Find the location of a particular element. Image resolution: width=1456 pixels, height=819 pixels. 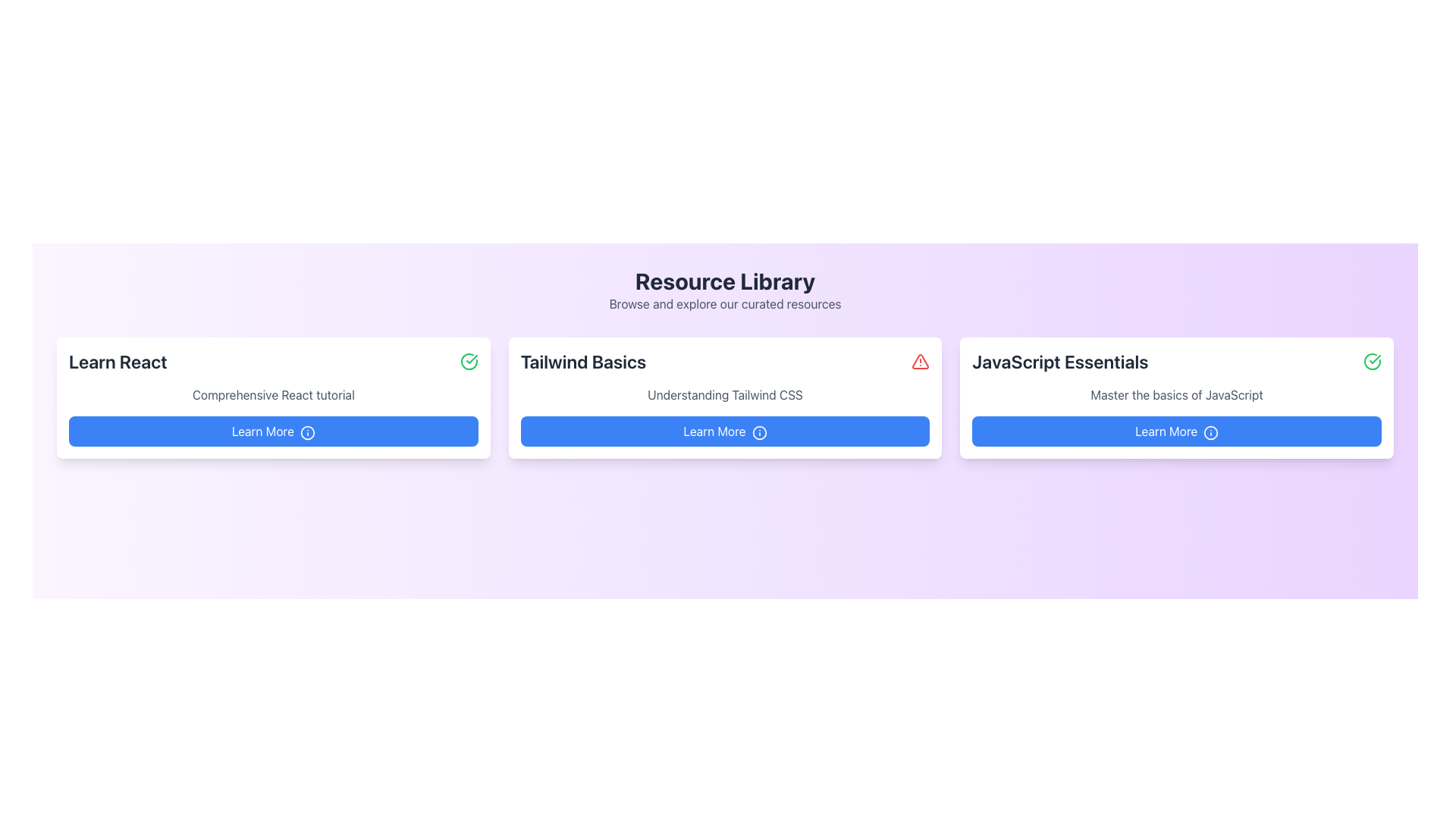

the static text displaying 'Comprehensive React tutorial', which is located below the 'Learn React' header and above the 'Learn More' button is located at coordinates (273, 394).